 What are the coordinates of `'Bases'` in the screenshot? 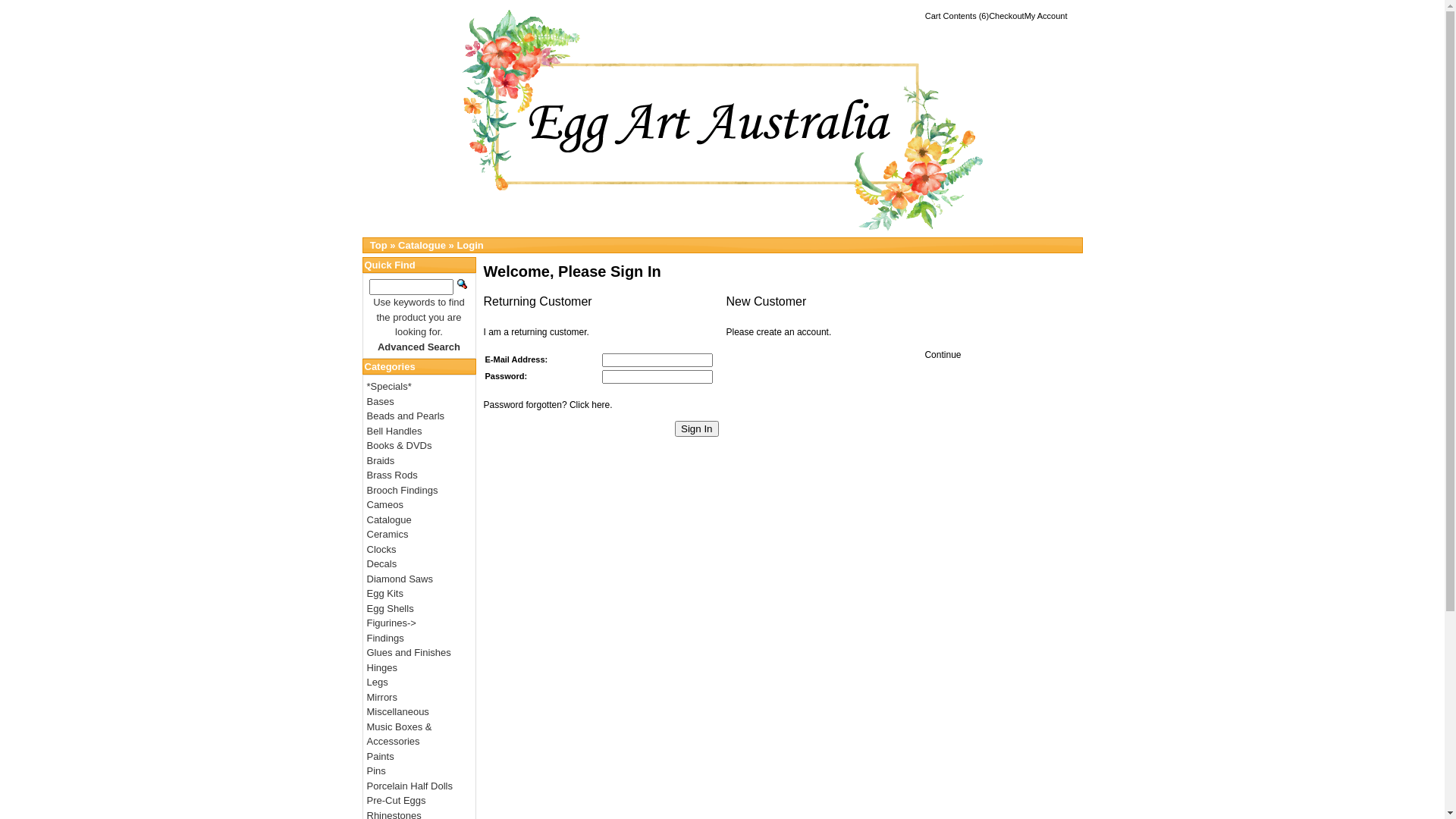 It's located at (381, 400).